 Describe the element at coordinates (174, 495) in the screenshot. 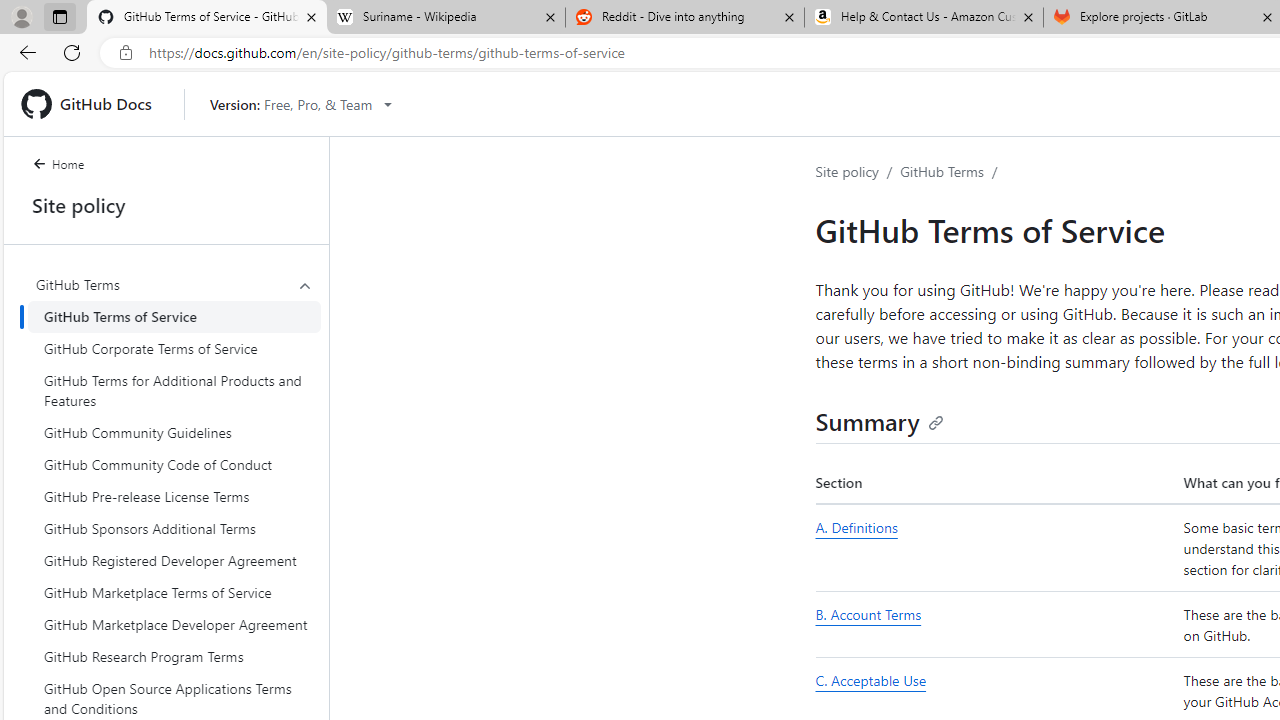

I see `'GitHub Pre-release License Terms'` at that location.